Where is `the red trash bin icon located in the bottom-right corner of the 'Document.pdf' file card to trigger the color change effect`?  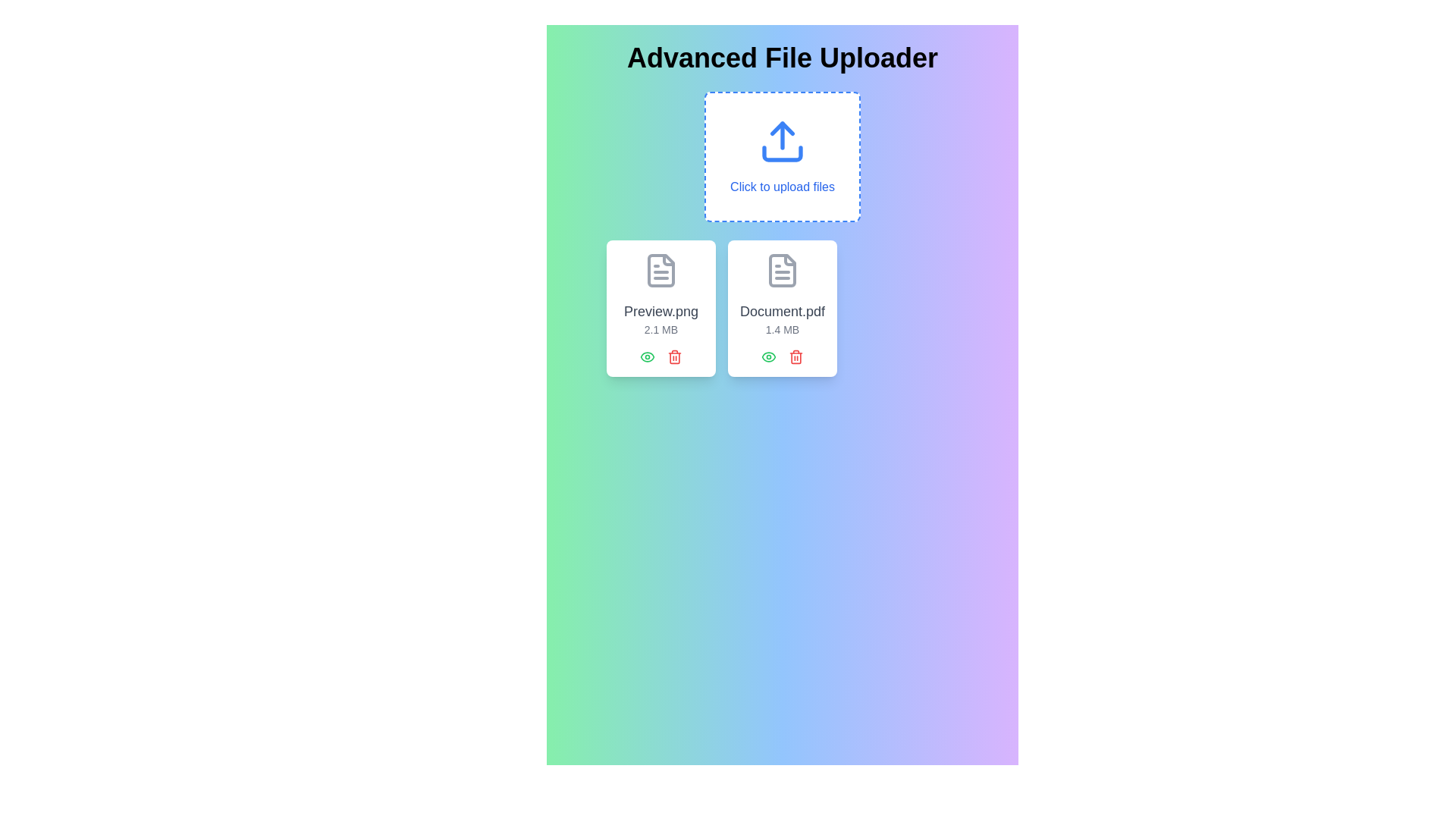 the red trash bin icon located in the bottom-right corner of the 'Document.pdf' file card to trigger the color change effect is located at coordinates (795, 356).